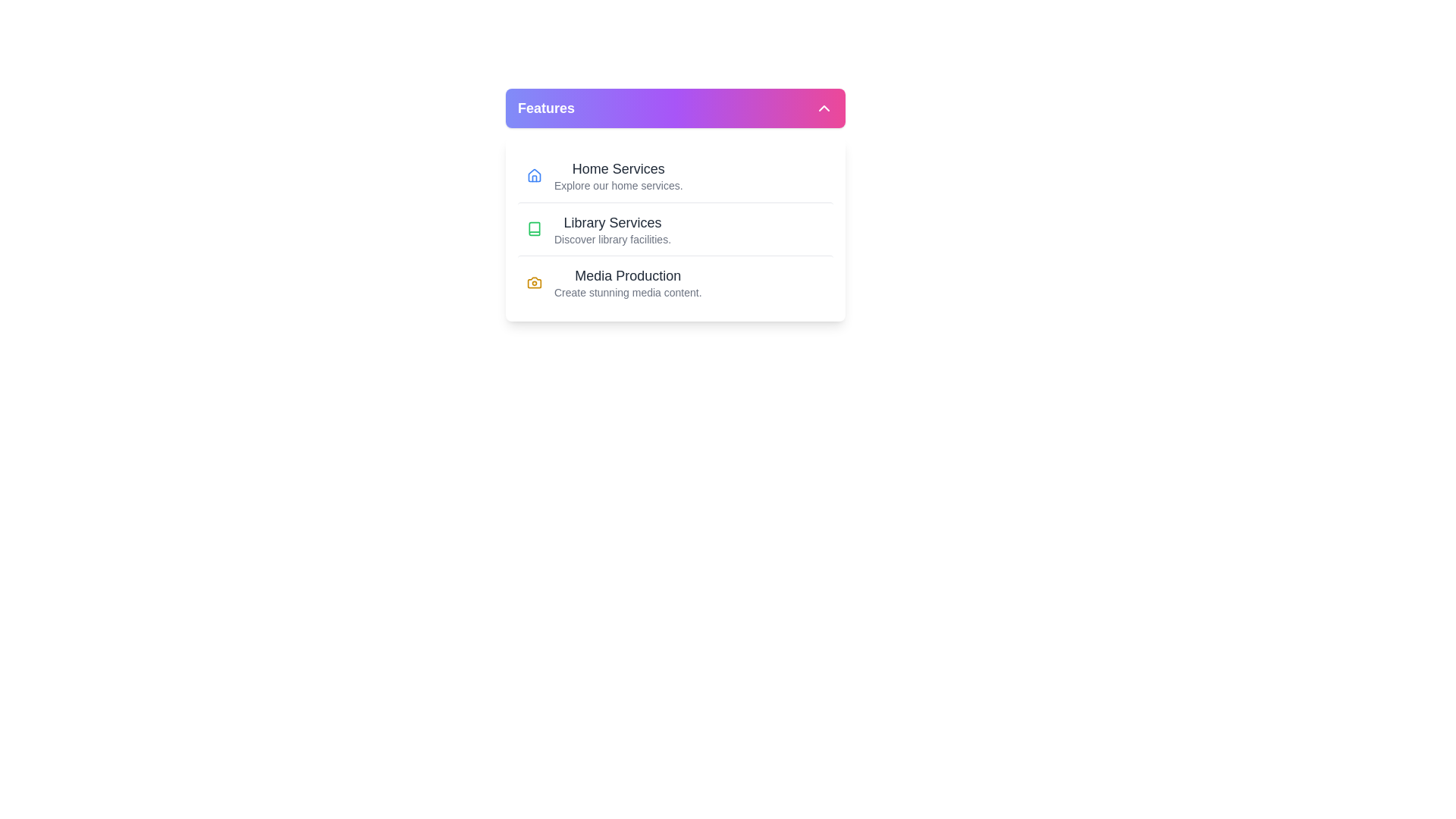 The image size is (1456, 819). I want to click on the text label that reads 'Explore our home services.' which is located below the heading 'Home Services.', so click(618, 185).